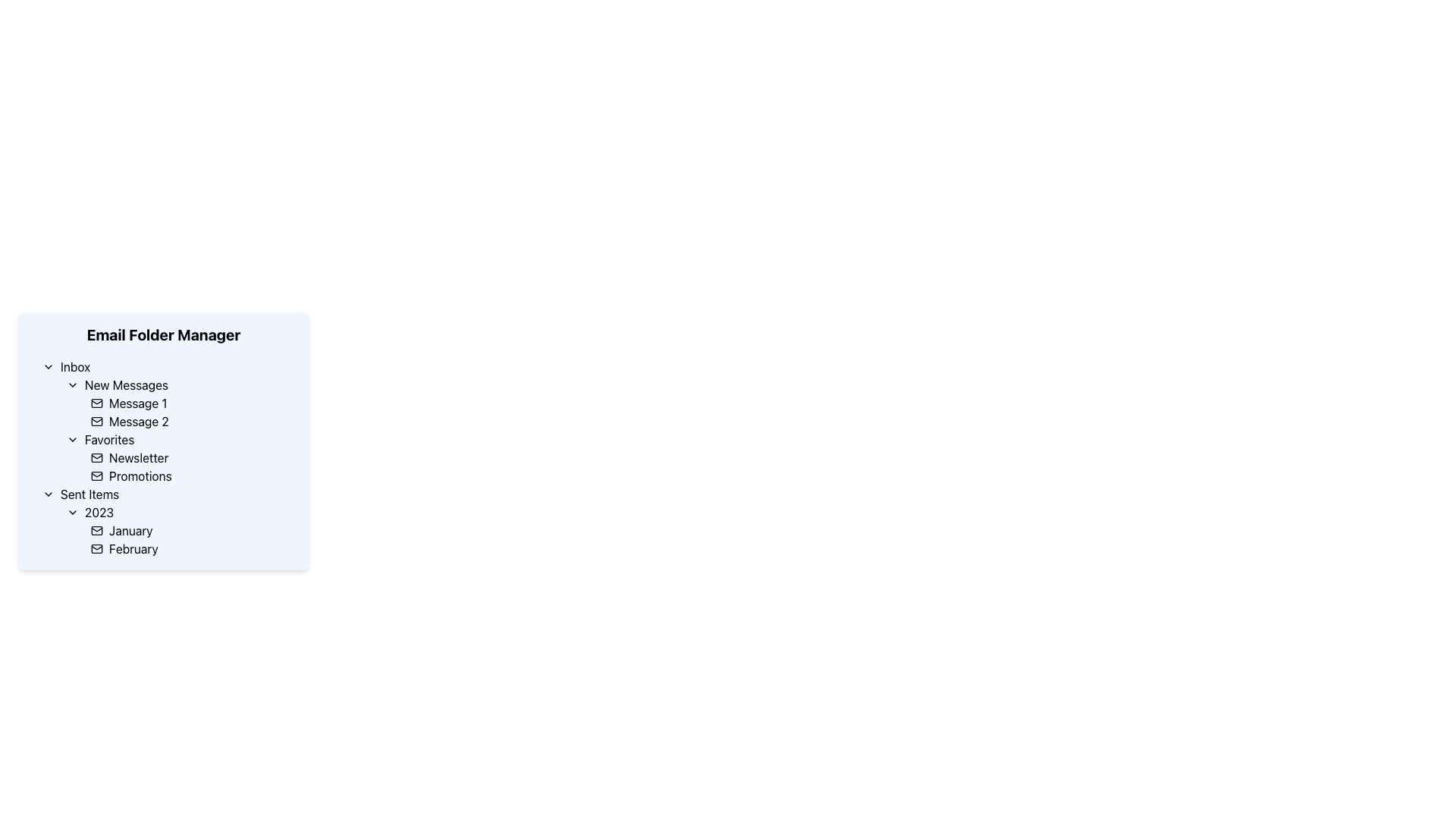 The height and width of the screenshot is (819, 1456). I want to click on the envelope icon located beside the 'January' text in the 'Sent Items' section of the interface, so click(96, 529).